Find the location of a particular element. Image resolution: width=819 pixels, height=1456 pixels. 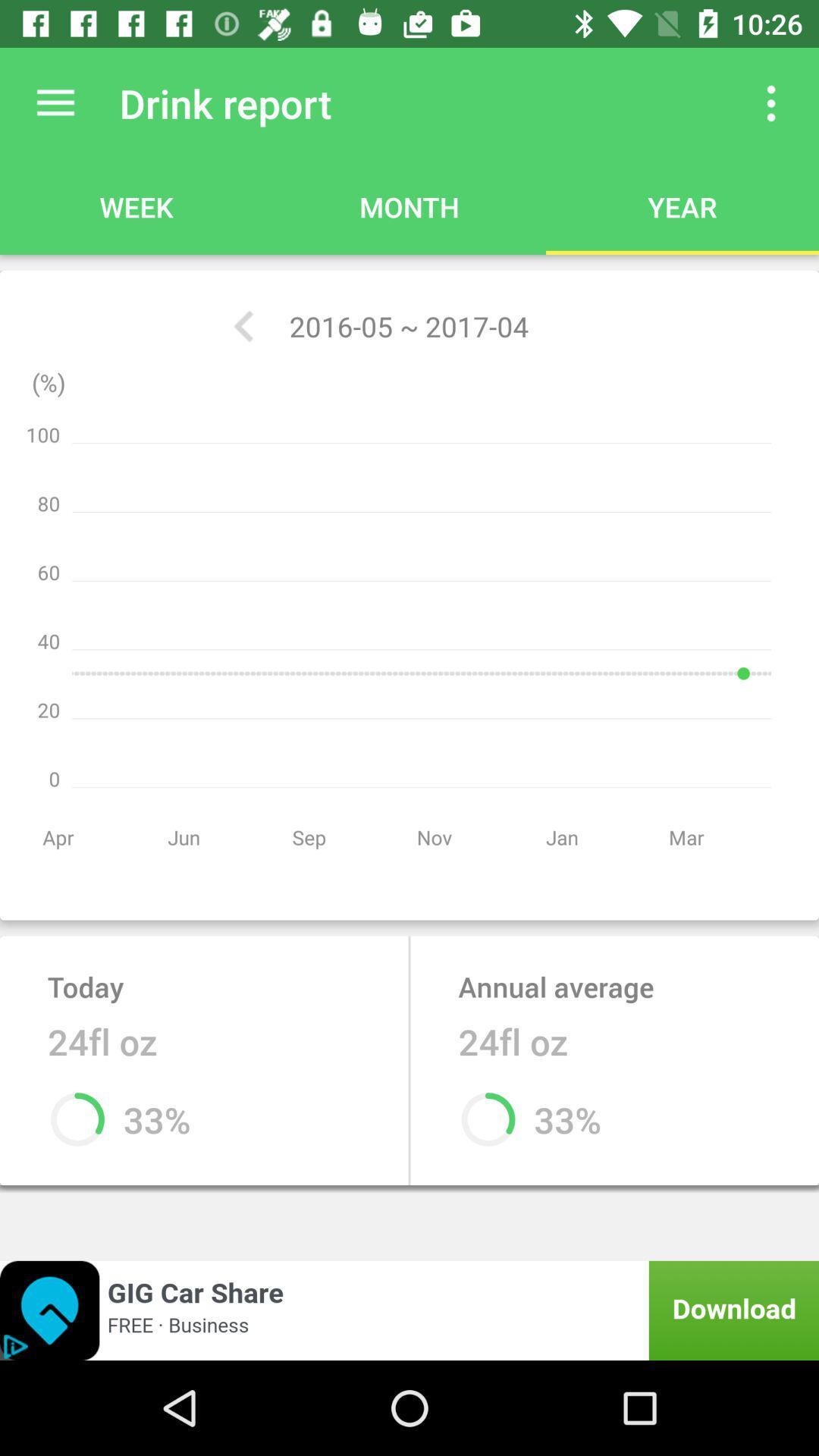

open an advertisements is located at coordinates (409, 1310).